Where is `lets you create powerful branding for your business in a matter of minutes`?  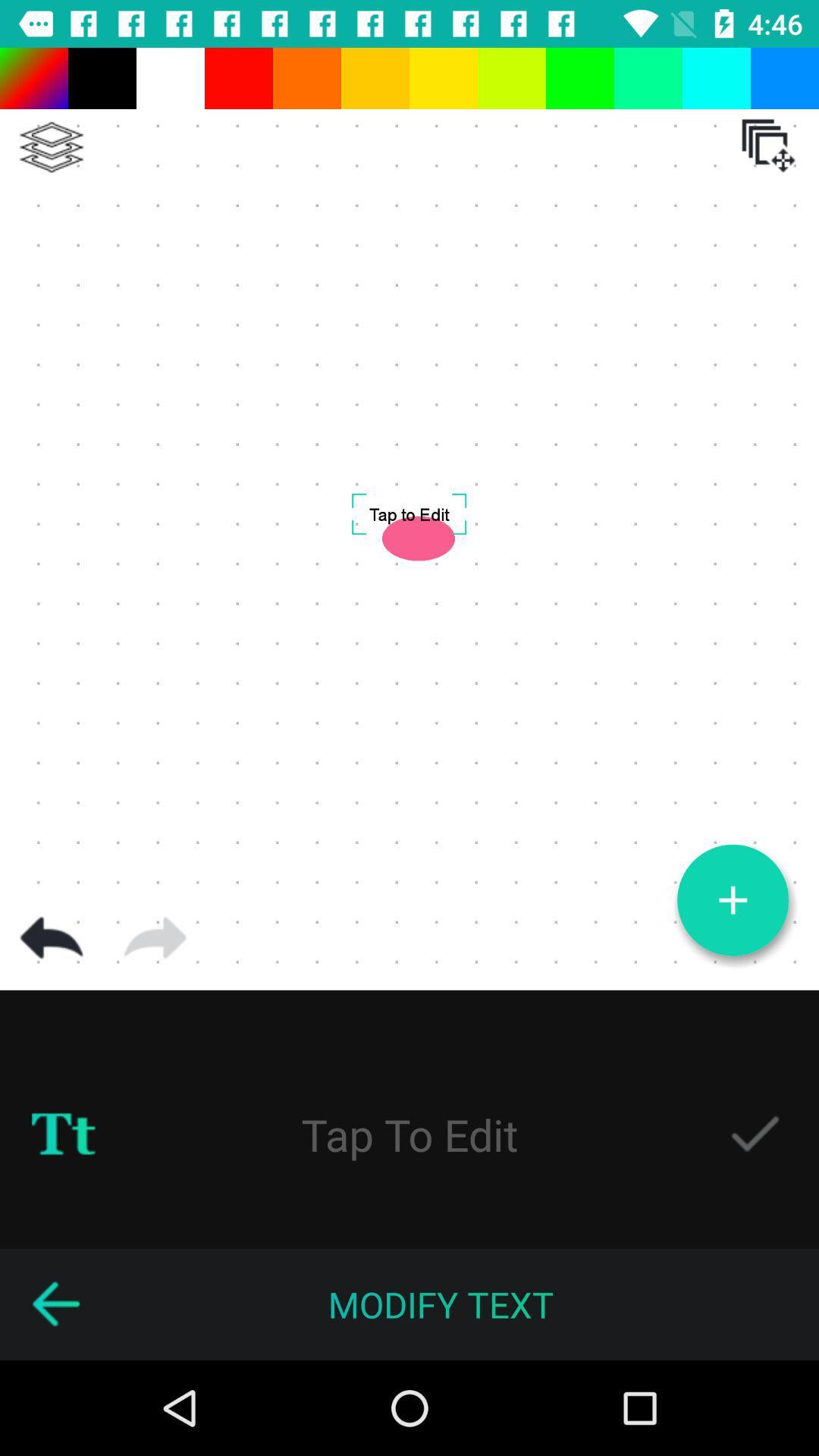 lets you create powerful branding for your business in a matter of minutes is located at coordinates (51, 147).